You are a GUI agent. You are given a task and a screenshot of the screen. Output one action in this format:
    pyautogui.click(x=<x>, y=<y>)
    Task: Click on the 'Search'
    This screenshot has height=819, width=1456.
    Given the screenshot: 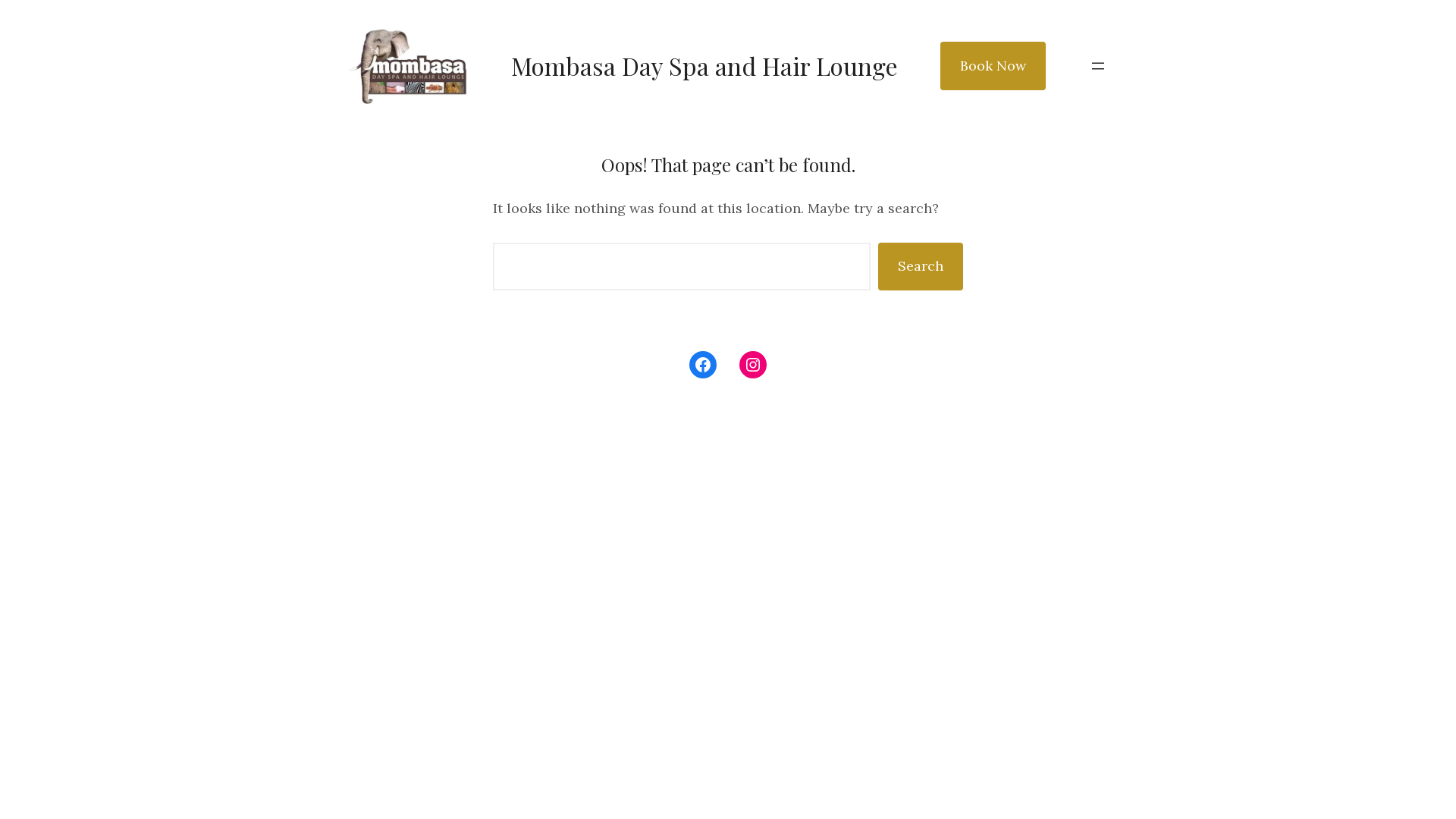 What is the action you would take?
    pyautogui.click(x=877, y=265)
    